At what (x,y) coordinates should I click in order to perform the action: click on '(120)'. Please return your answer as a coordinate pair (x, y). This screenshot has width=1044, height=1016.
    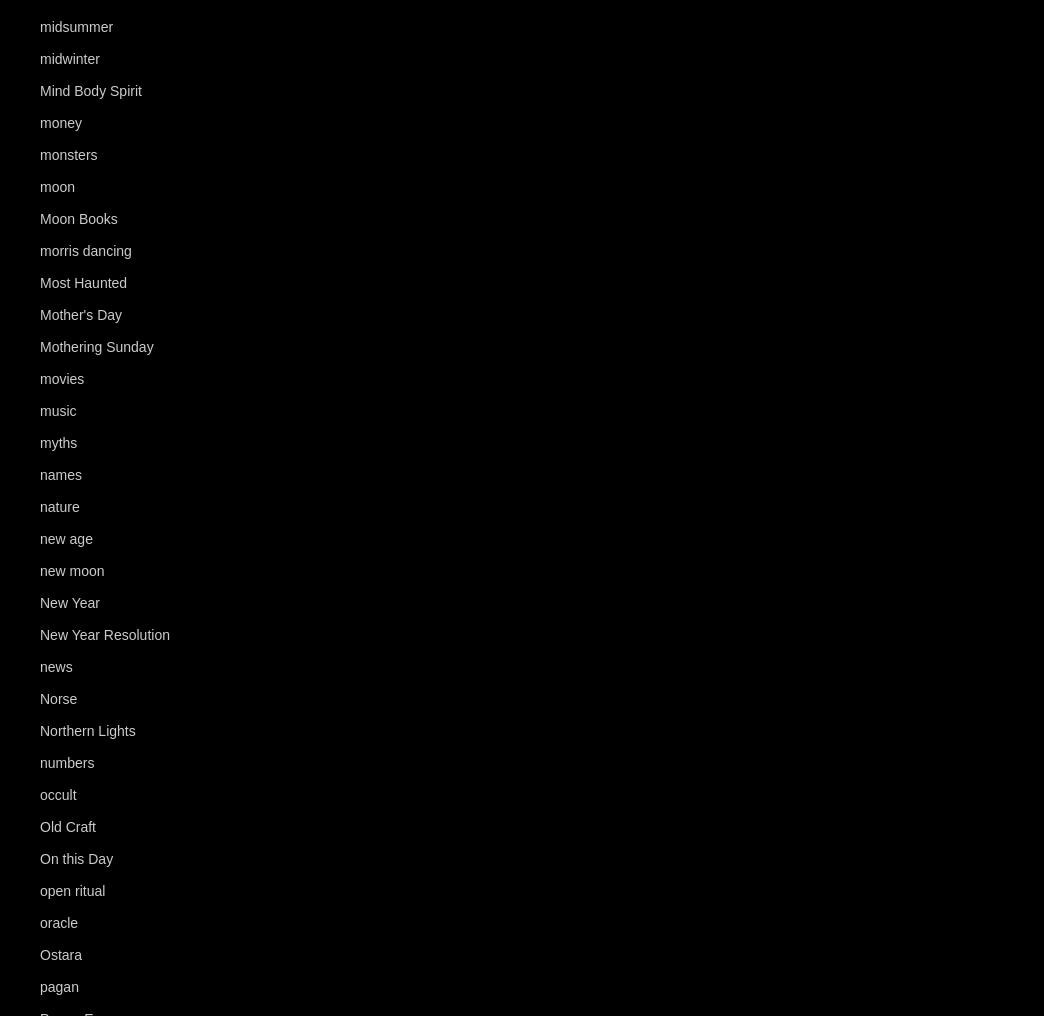
    Looking at the image, I should click on (124, 890).